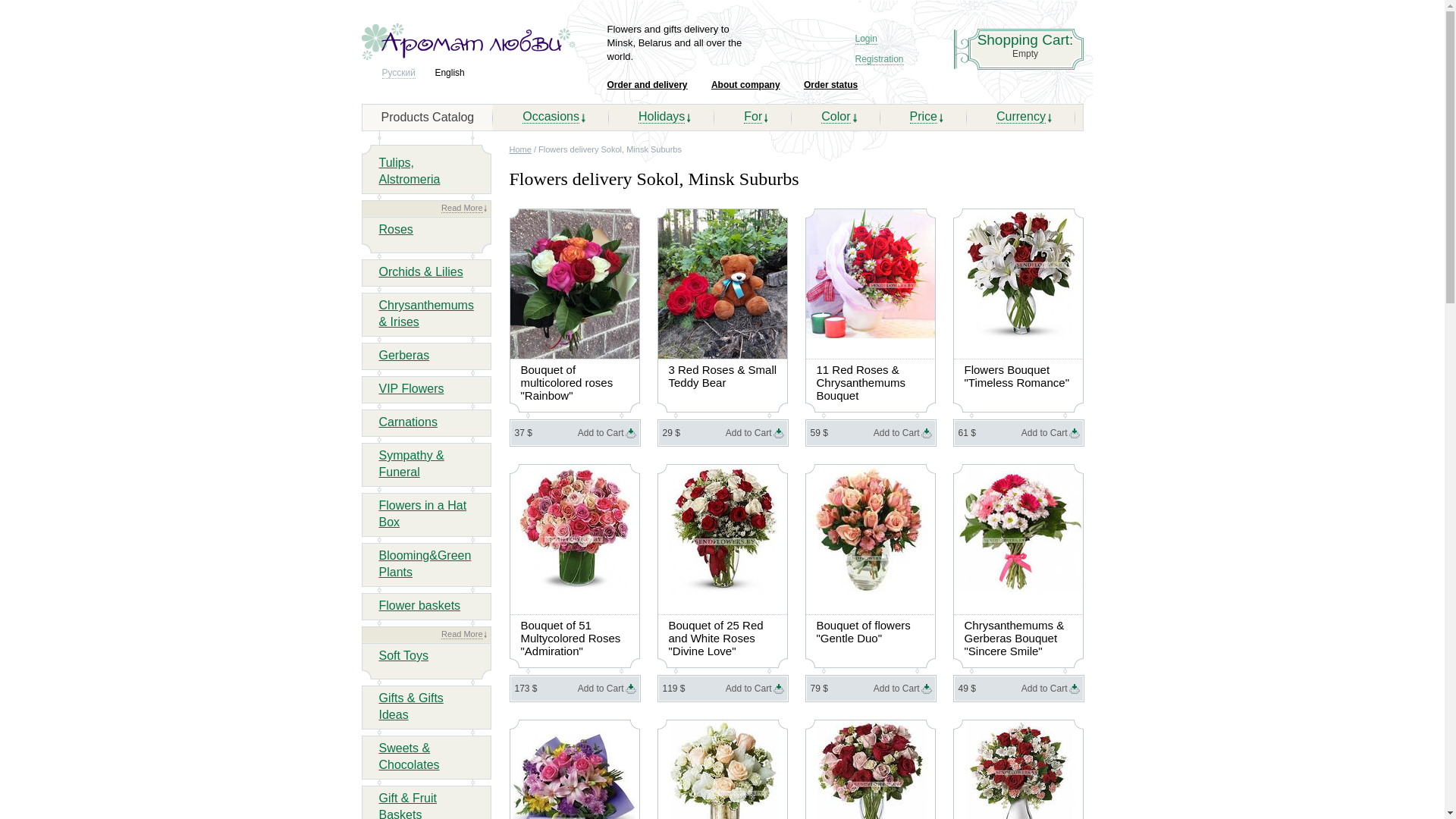 The image size is (1456, 819). What do you see at coordinates (977, 39) in the screenshot?
I see `'Shopping Cart:'` at bounding box center [977, 39].